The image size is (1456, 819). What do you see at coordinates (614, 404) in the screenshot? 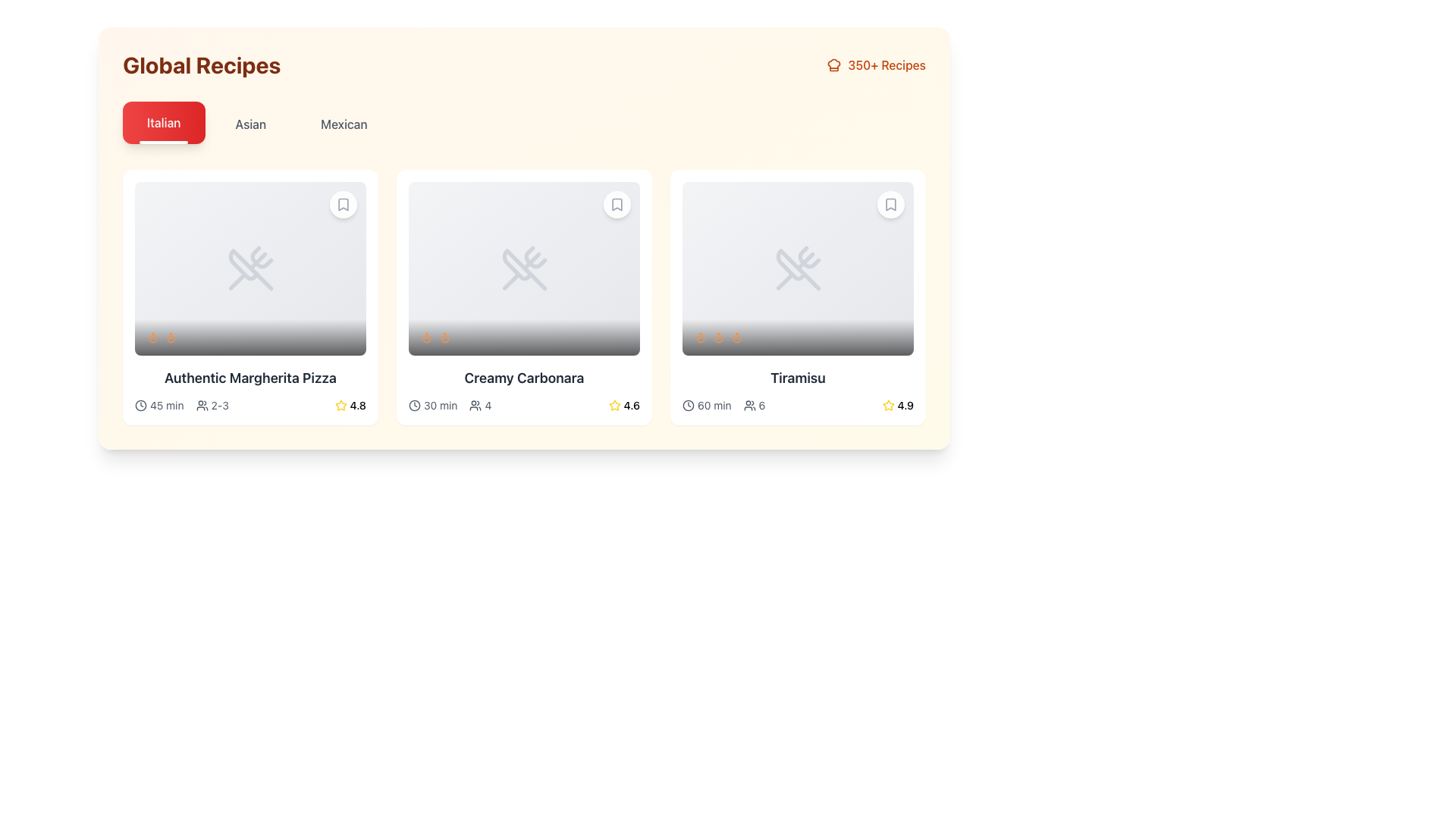
I see `the star icon that visually represents the rating of the 'Creamy Carbonara' recipe, located at the bottom center of the recipe card` at bounding box center [614, 404].